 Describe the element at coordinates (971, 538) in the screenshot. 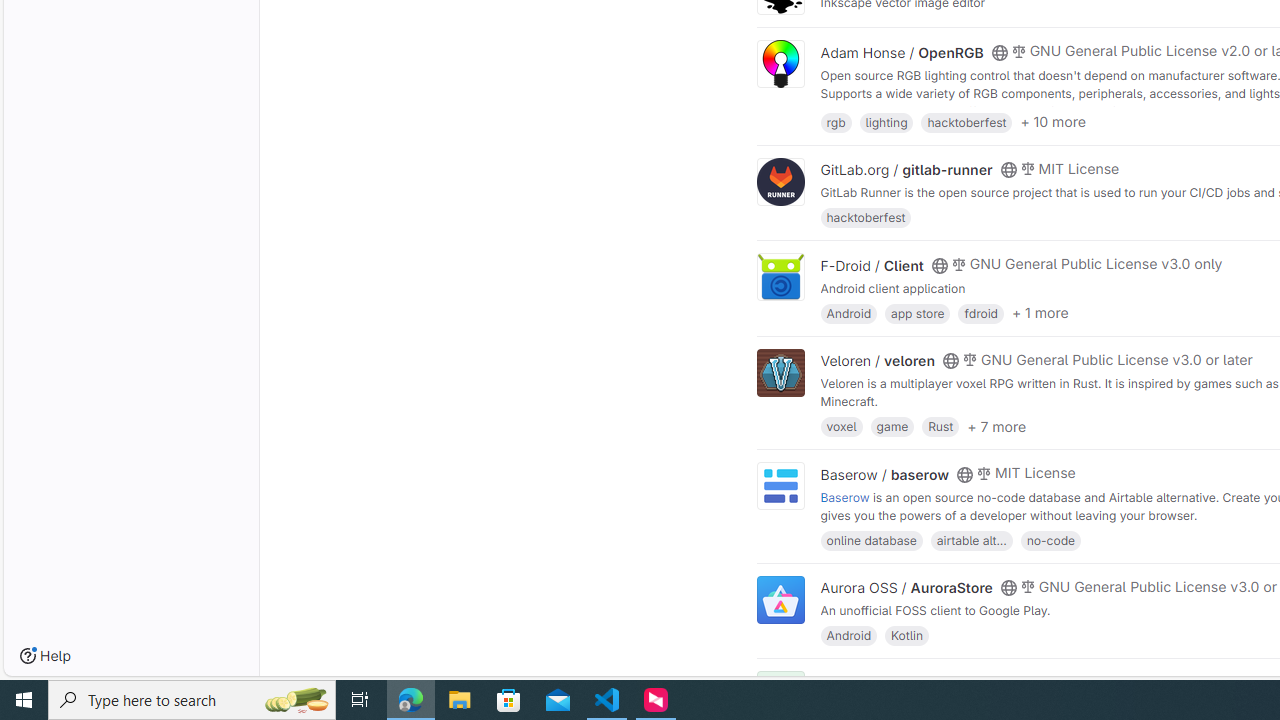

I see `'airtable alt...'` at that location.